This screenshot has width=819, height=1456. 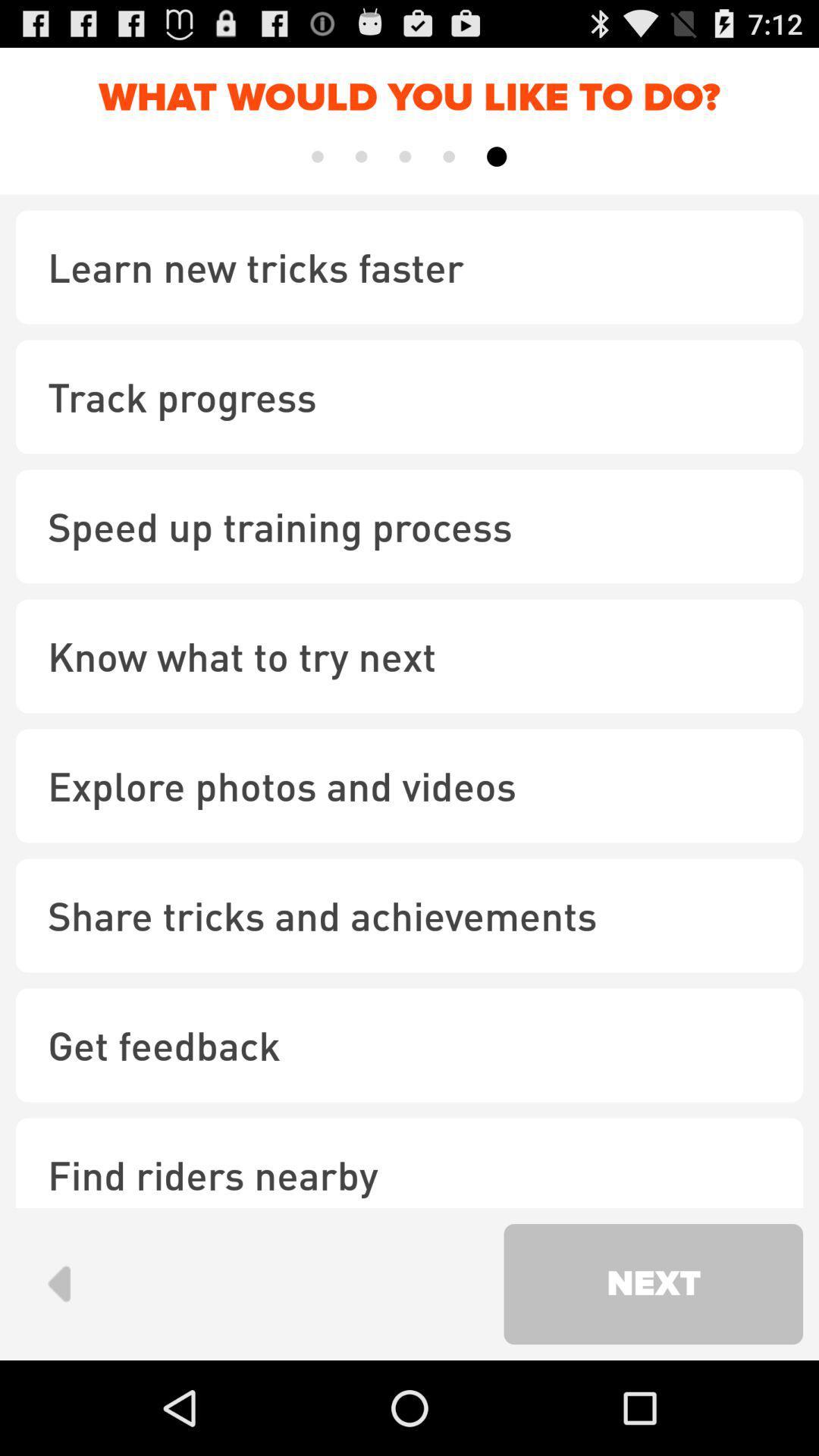 I want to click on share tricks and item, so click(x=409, y=915).